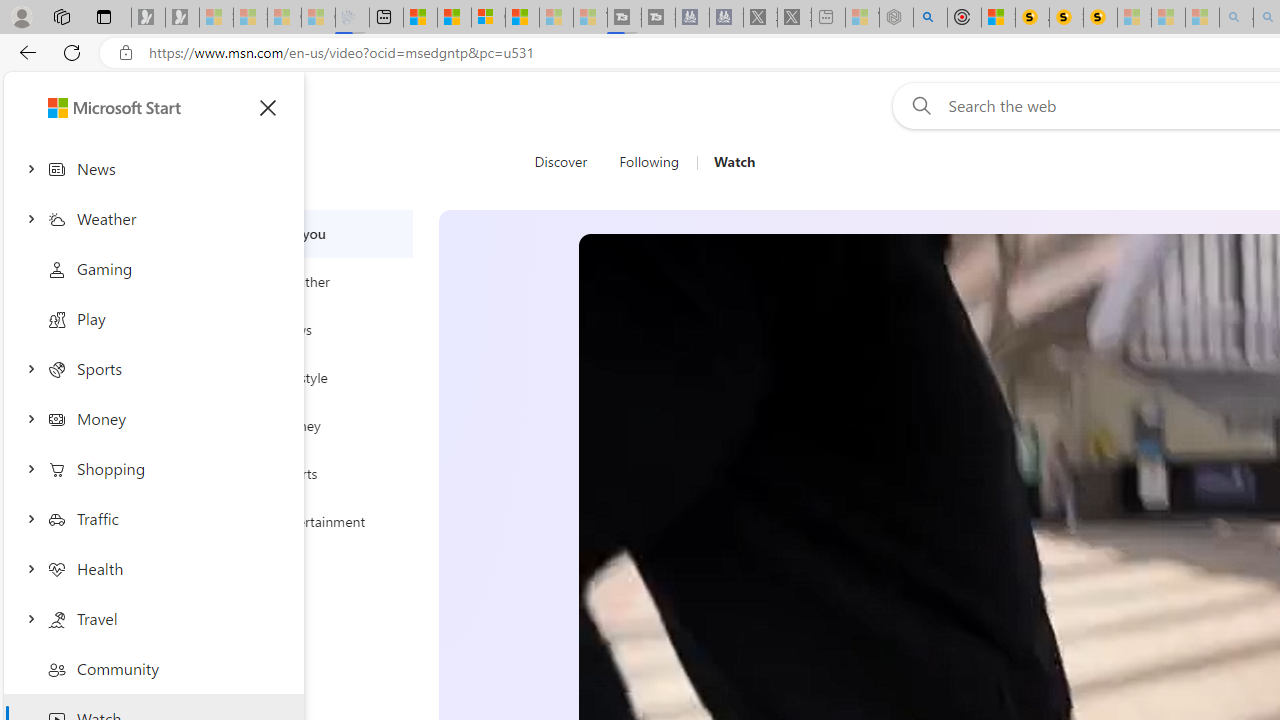  What do you see at coordinates (862, 17) in the screenshot?
I see `'Wildlife - MSN - Sleeping'` at bounding box center [862, 17].